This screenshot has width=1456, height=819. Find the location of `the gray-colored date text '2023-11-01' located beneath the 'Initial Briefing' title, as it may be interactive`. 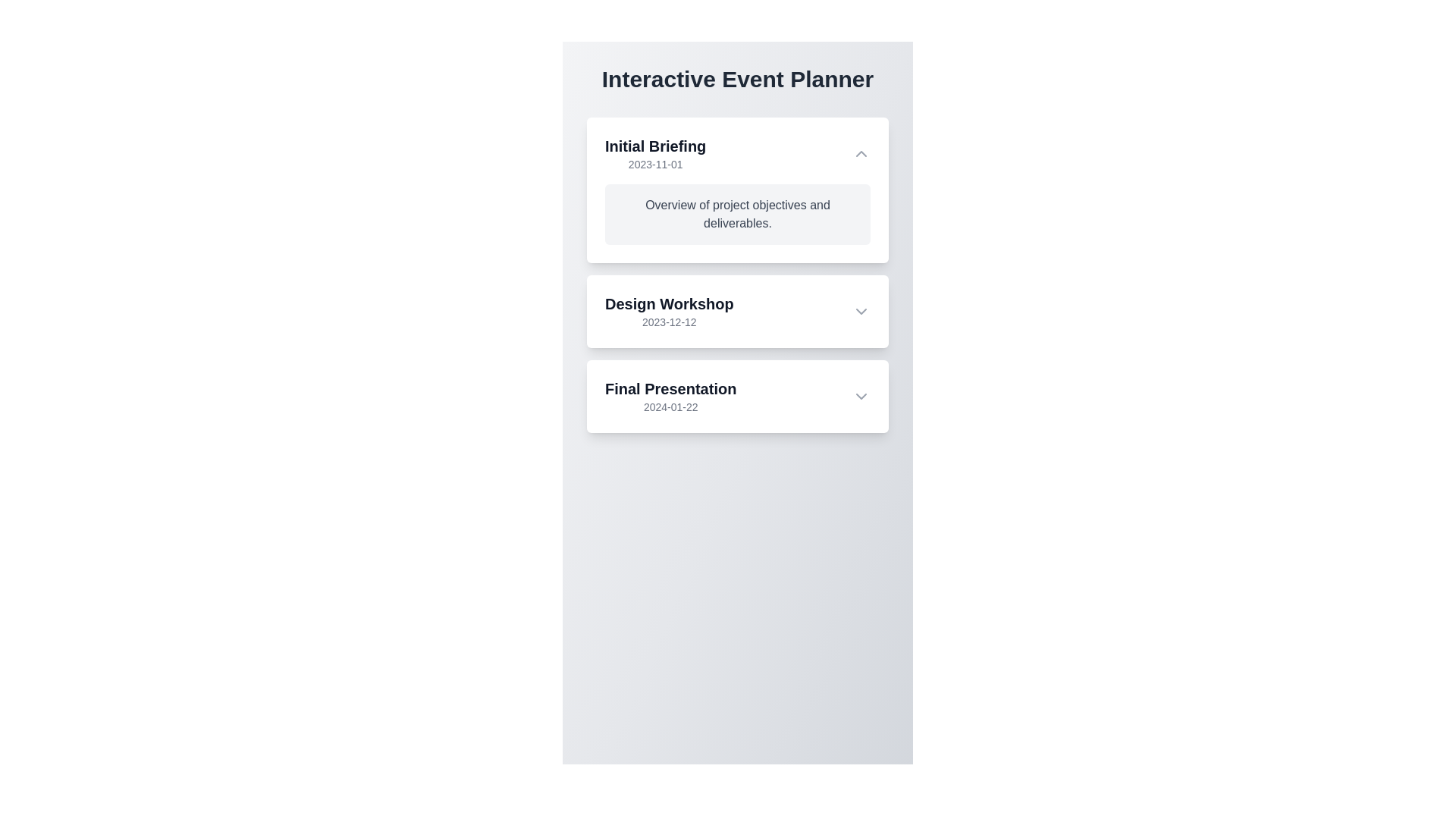

the gray-colored date text '2023-11-01' located beneath the 'Initial Briefing' title, as it may be interactive is located at coordinates (655, 164).